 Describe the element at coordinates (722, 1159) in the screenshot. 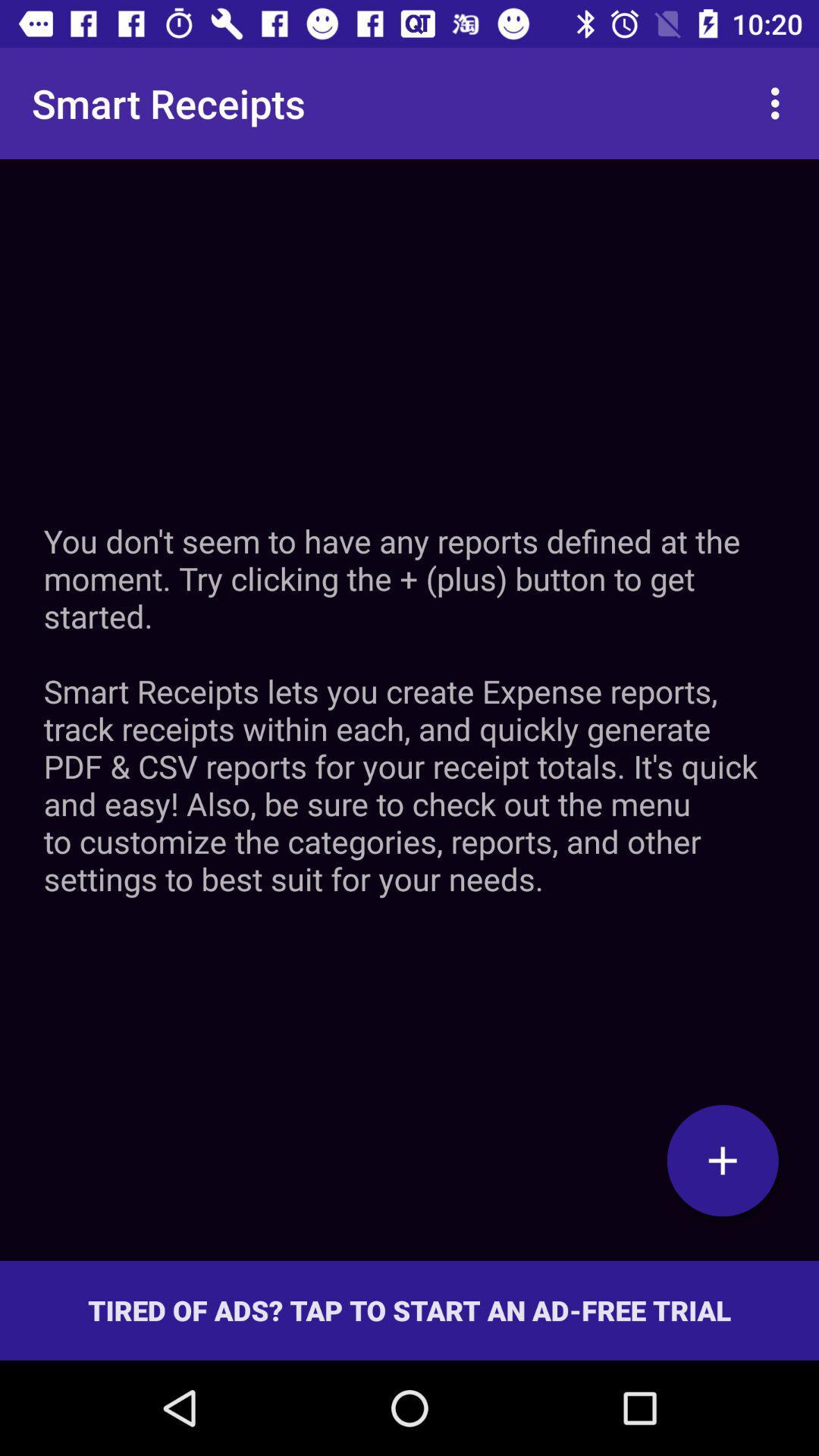

I see `report` at that location.